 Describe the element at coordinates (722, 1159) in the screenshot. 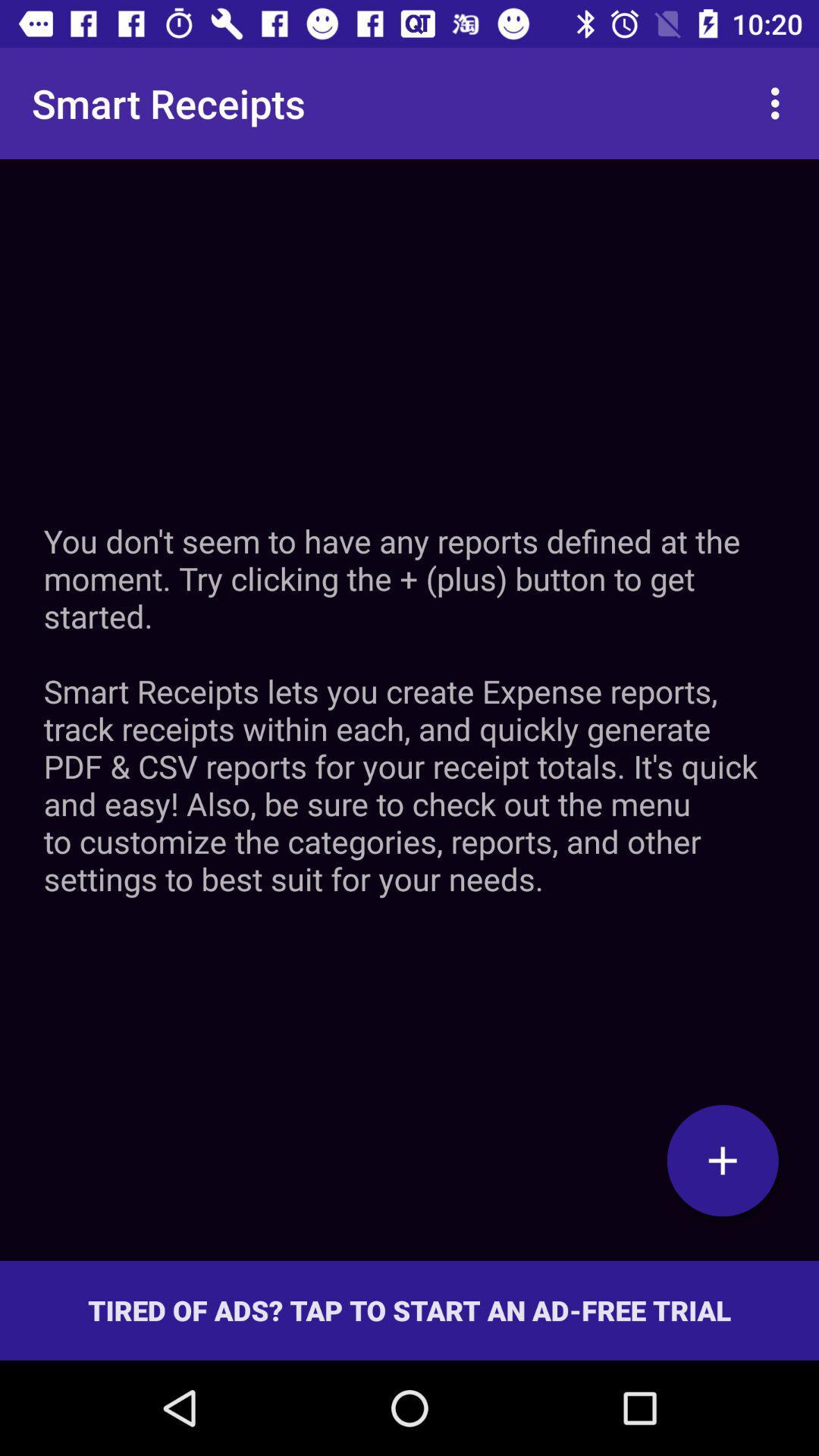

I see `report` at that location.